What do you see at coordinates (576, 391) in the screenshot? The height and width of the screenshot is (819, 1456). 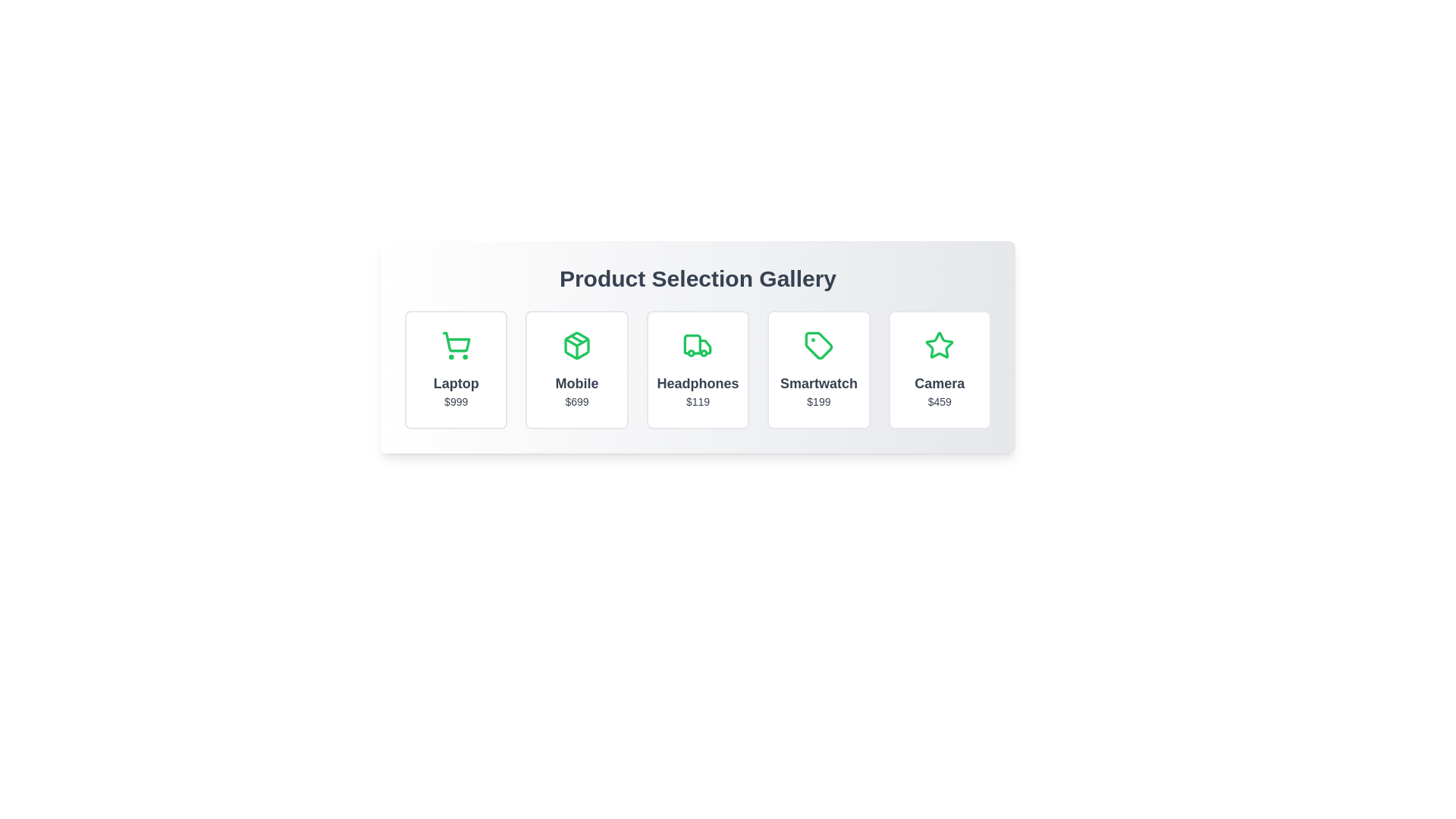 I see `the Text label displaying 'Mobile' with the price '$699', which is located in the second product card in the row of selectable products` at bounding box center [576, 391].